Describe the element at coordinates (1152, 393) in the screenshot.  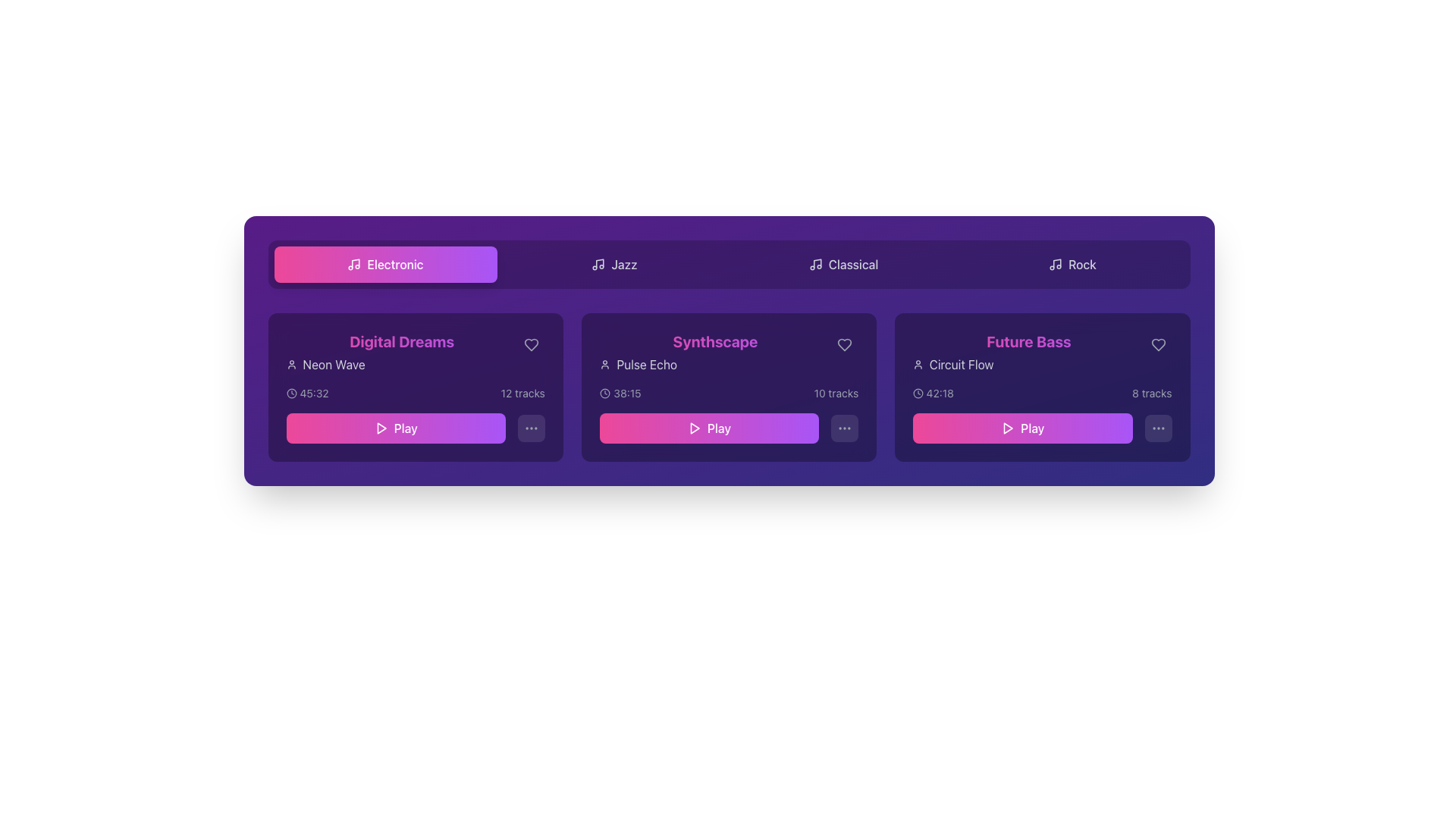
I see `the text label that indicates the number of tracks available in the associated music item or playlist, located at the bottom right corner of the horizontal group of elements` at that location.